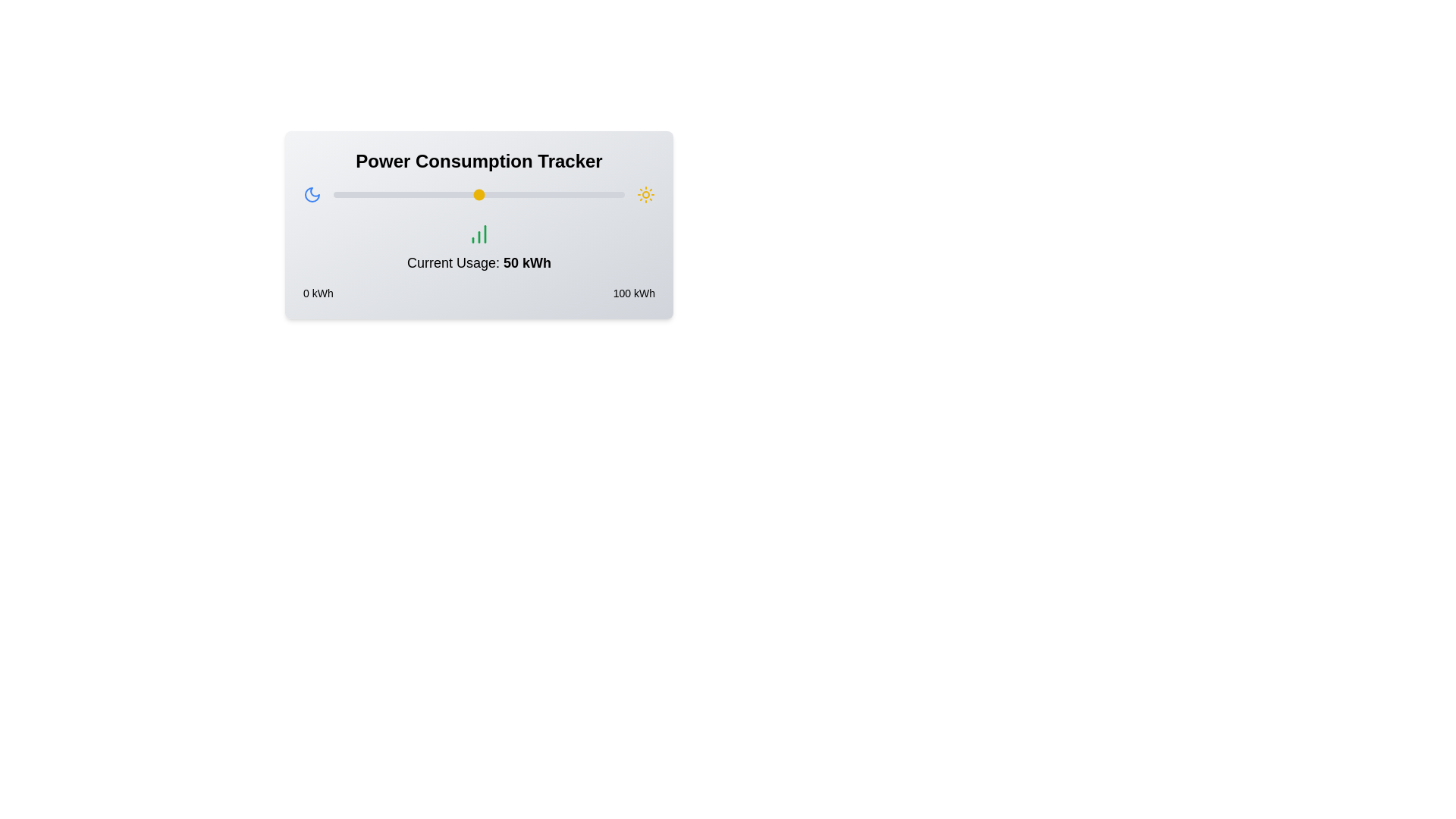 This screenshot has height=819, width=1456. I want to click on the Moon icon, so click(312, 194).